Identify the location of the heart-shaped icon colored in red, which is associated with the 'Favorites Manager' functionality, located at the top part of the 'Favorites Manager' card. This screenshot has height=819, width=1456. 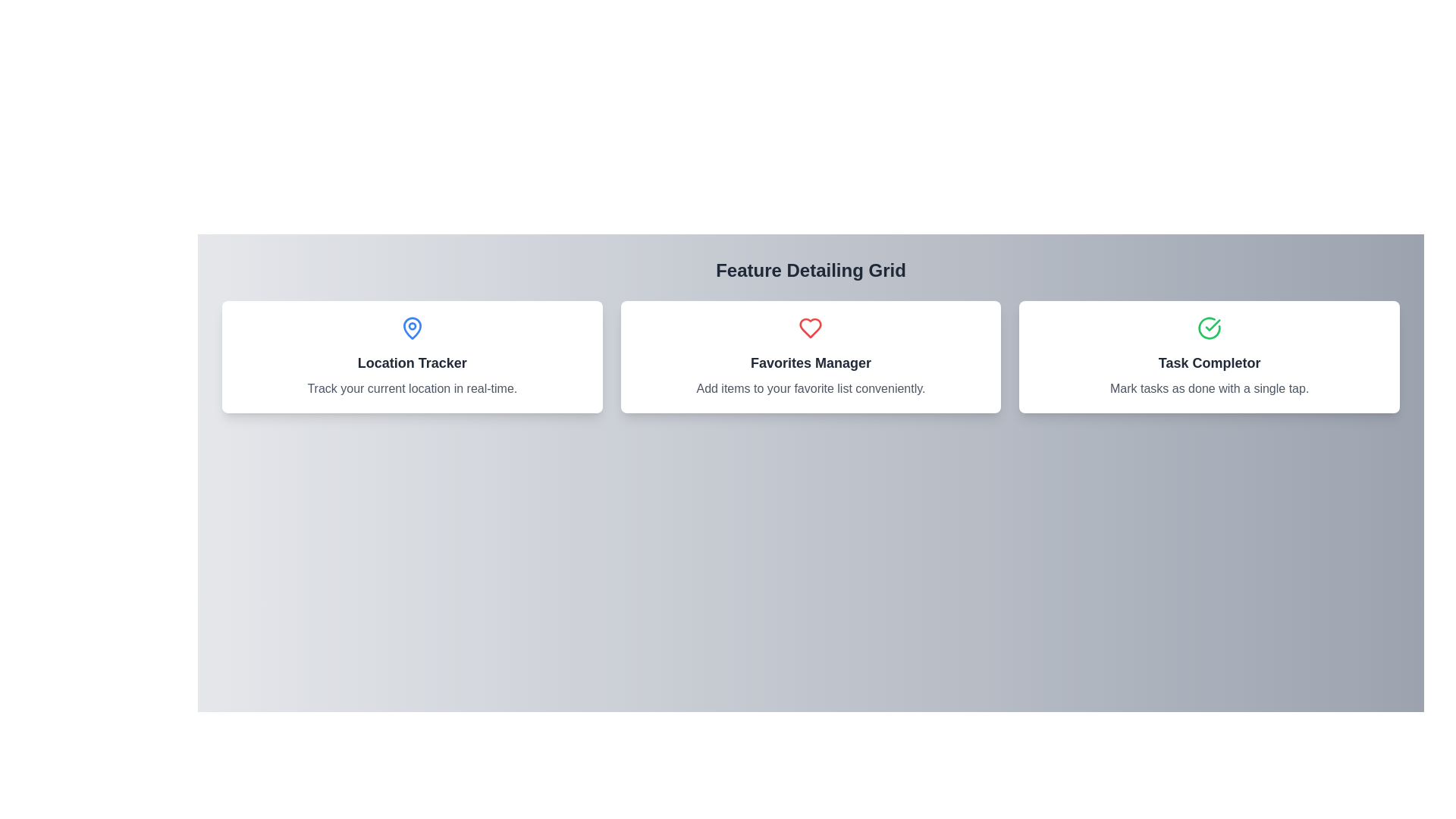
(810, 327).